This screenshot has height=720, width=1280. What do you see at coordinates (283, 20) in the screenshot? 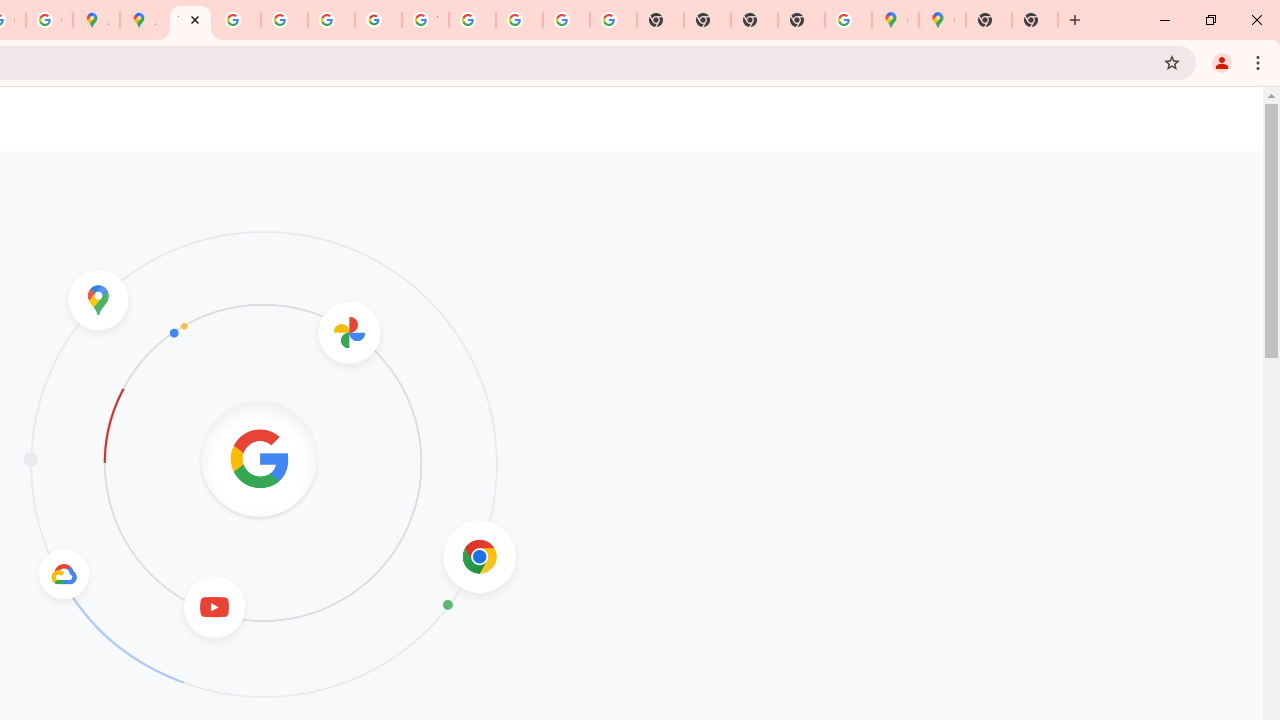
I see `'Privacy Help Center - Policies Help'` at bounding box center [283, 20].